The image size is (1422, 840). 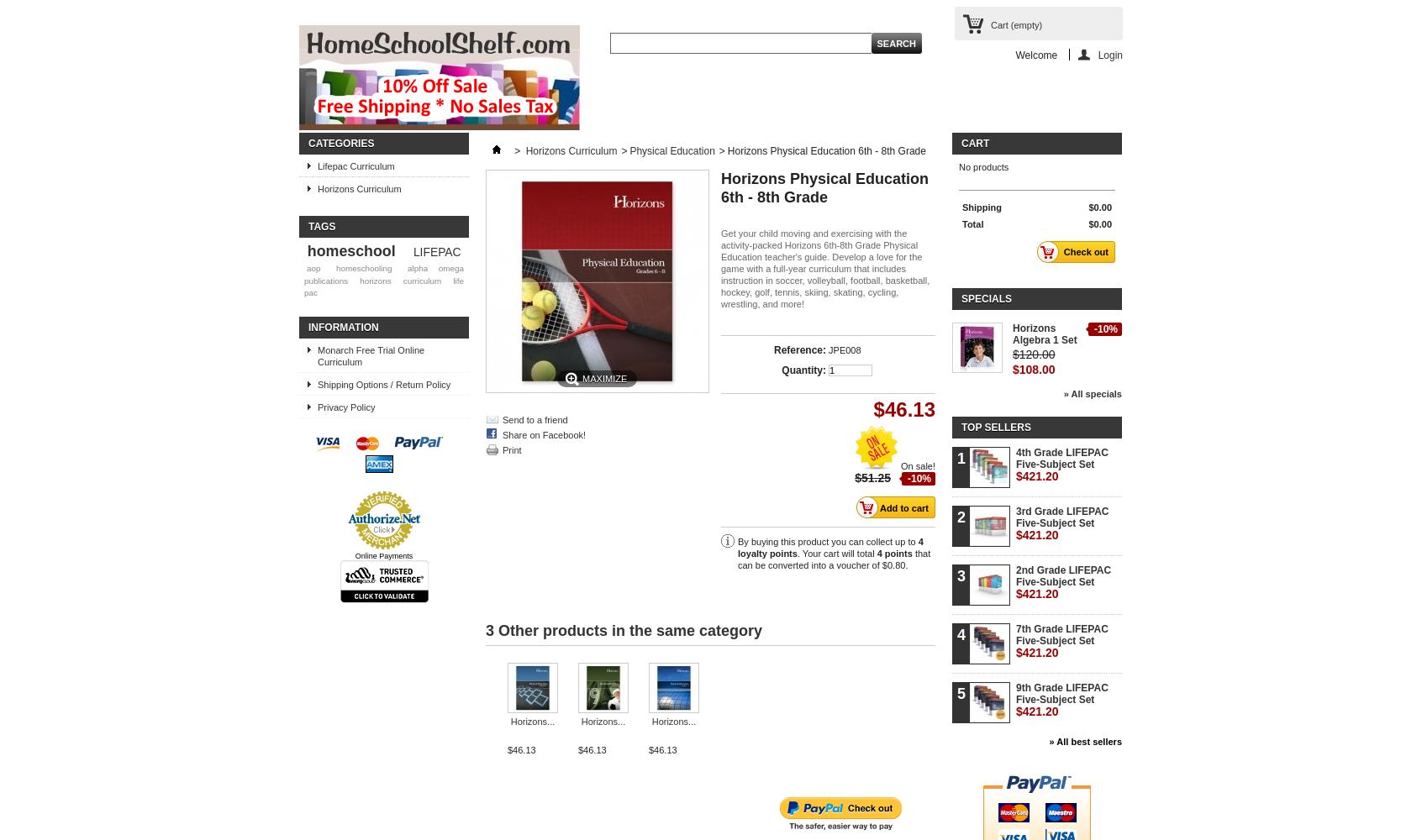 I want to click on 'aop', so click(x=313, y=266).